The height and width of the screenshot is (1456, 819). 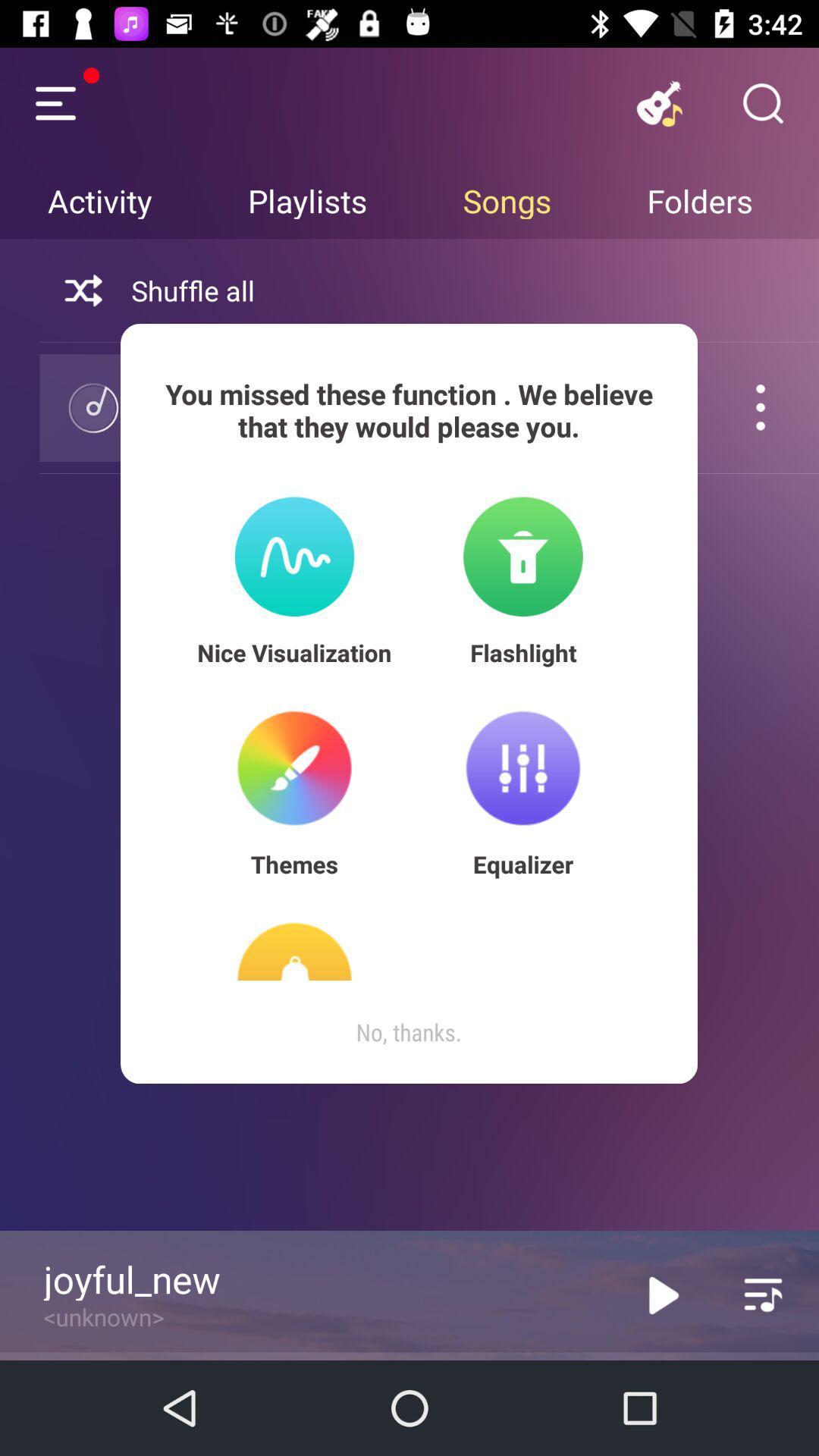 I want to click on the flashlight, so click(x=522, y=652).